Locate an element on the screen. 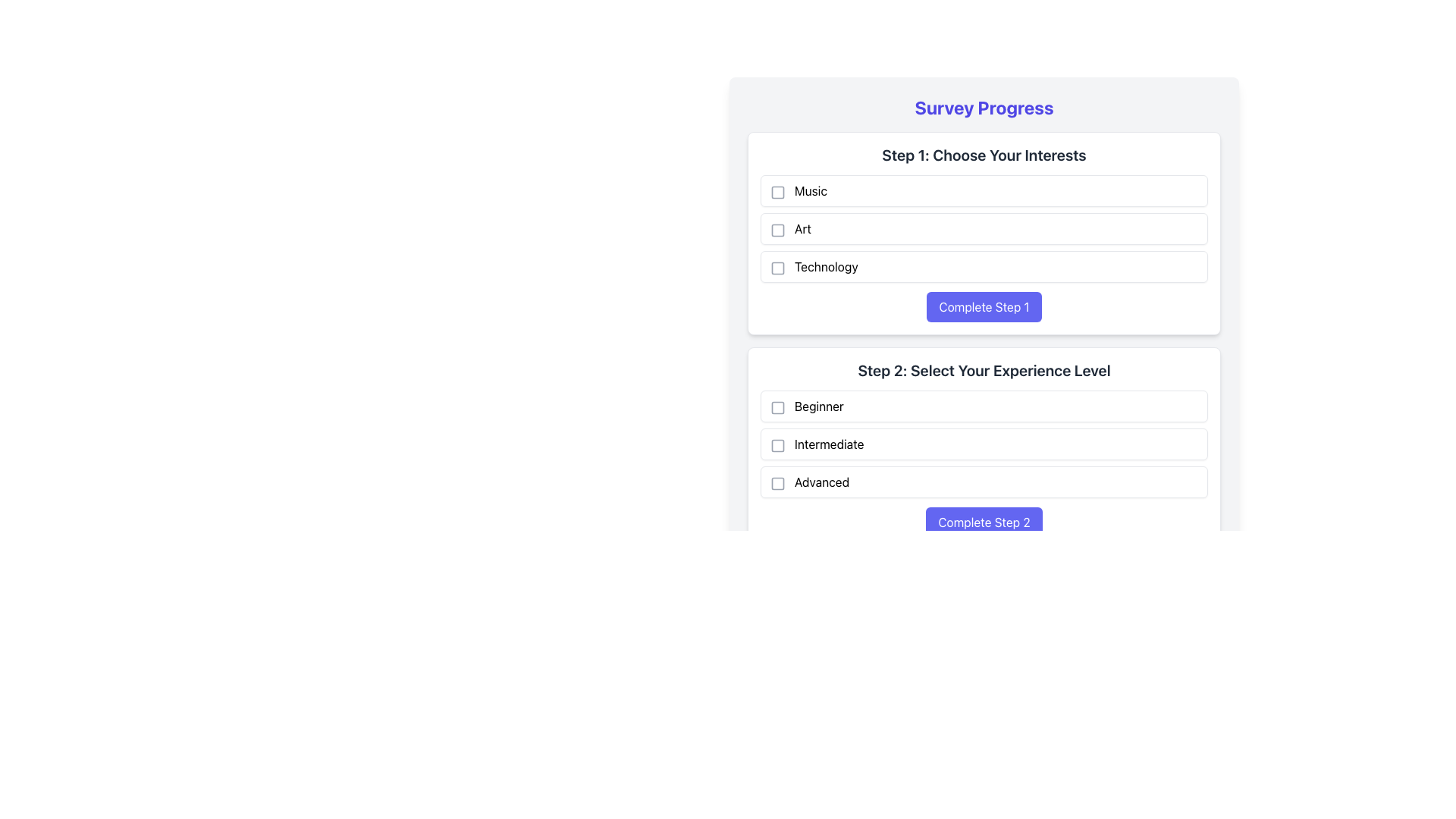 Image resolution: width=1456 pixels, height=819 pixels. the text label displaying 'Step 1: Choose Your Interests', which is styled with a bold font and dark gray color, located at the top of the 'Step 1' section is located at coordinates (984, 155).